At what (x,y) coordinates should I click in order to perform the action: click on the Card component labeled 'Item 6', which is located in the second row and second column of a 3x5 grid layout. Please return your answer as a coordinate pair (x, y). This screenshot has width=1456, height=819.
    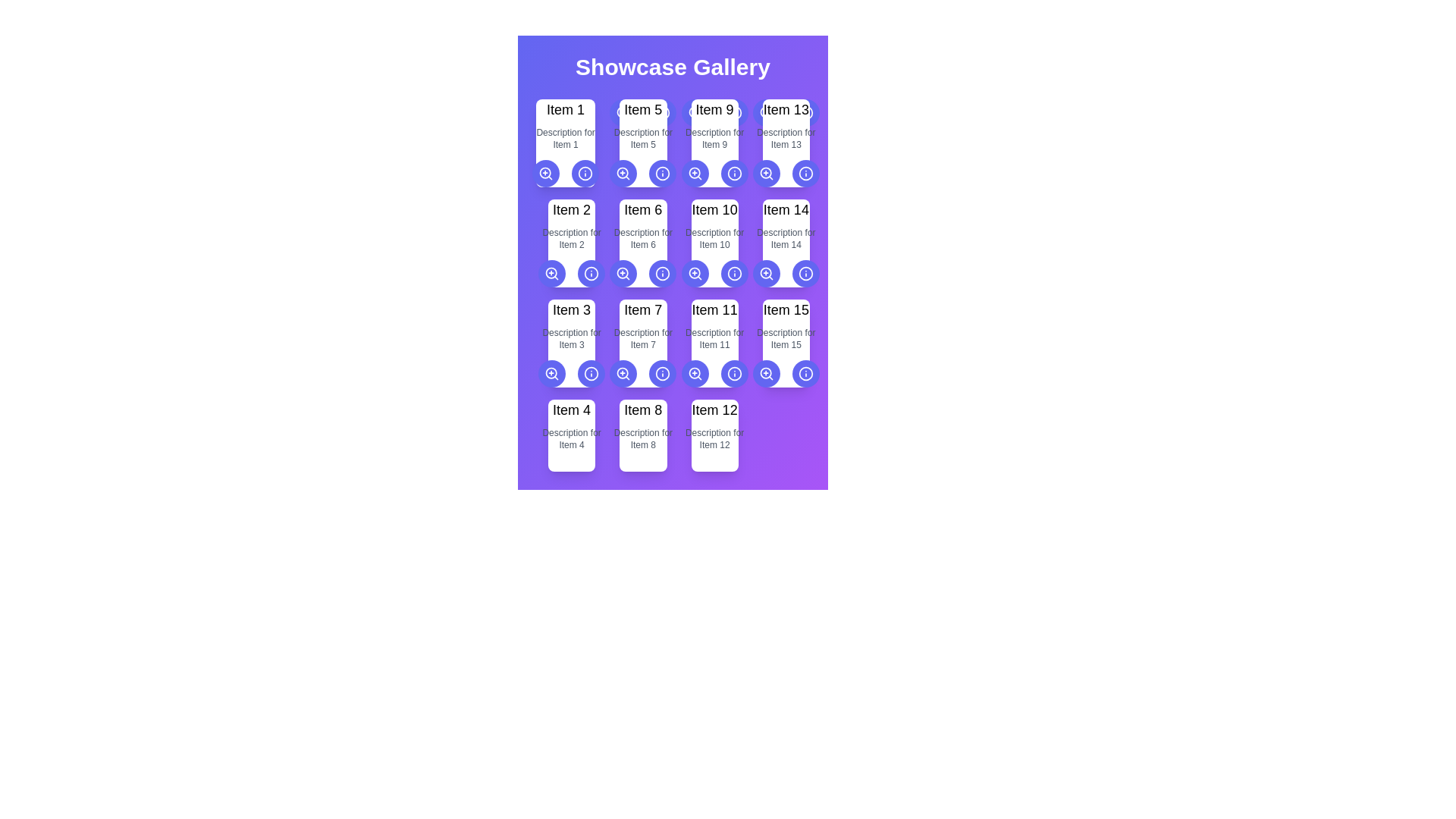
    Looking at the image, I should click on (643, 242).